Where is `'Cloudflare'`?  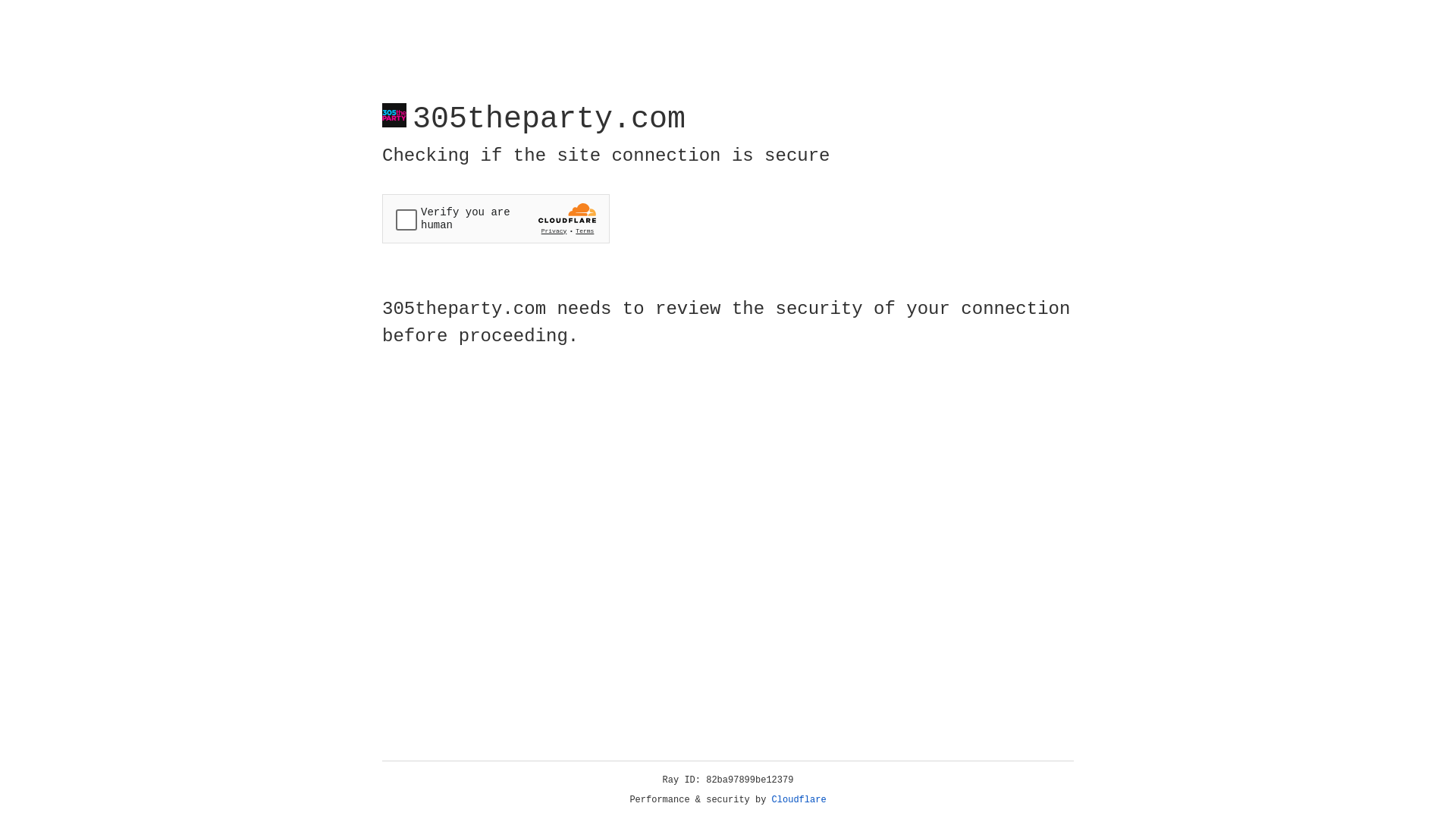
'Cloudflare' is located at coordinates (771, 799).